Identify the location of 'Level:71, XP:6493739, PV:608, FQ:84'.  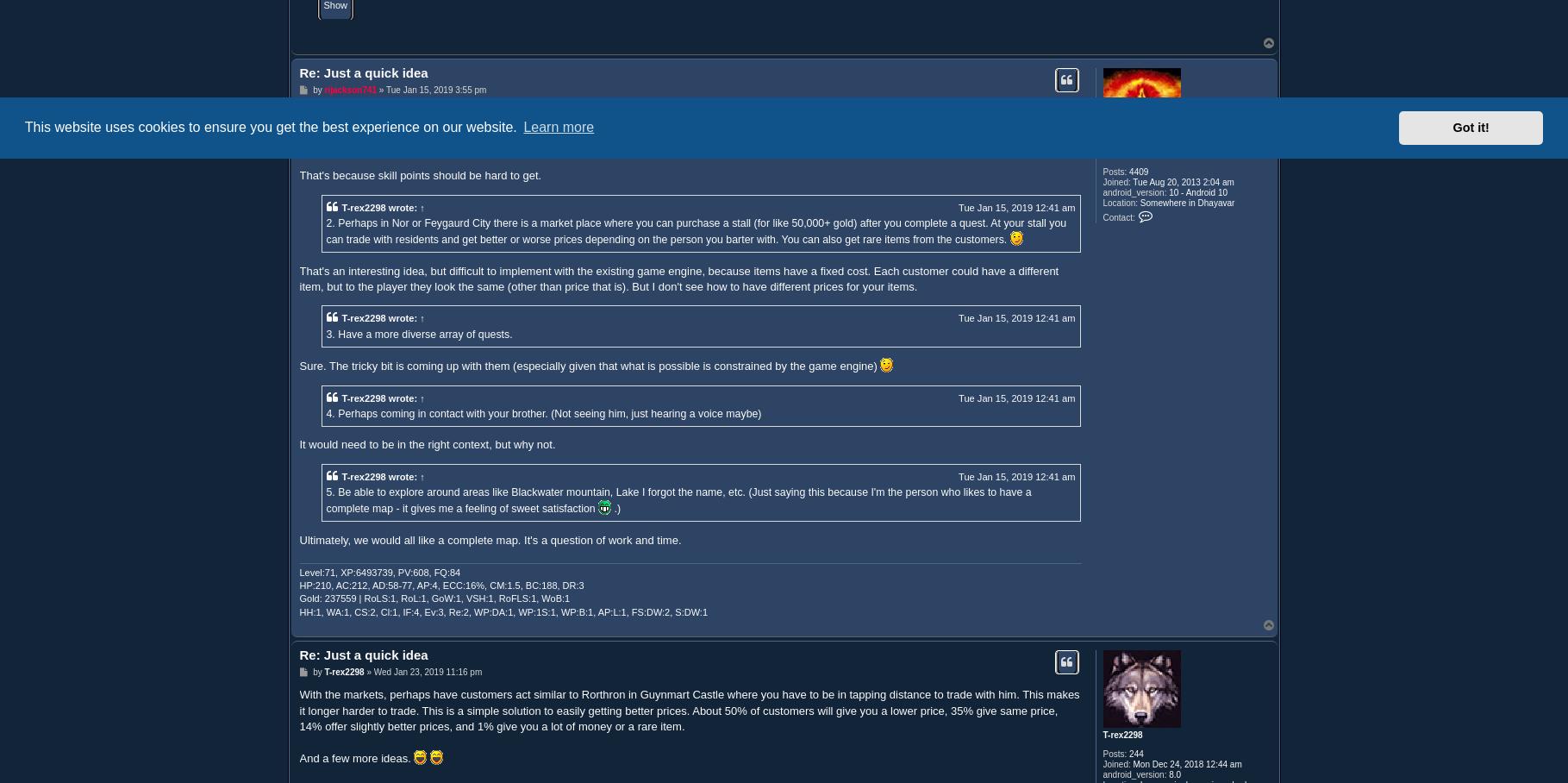
(379, 572).